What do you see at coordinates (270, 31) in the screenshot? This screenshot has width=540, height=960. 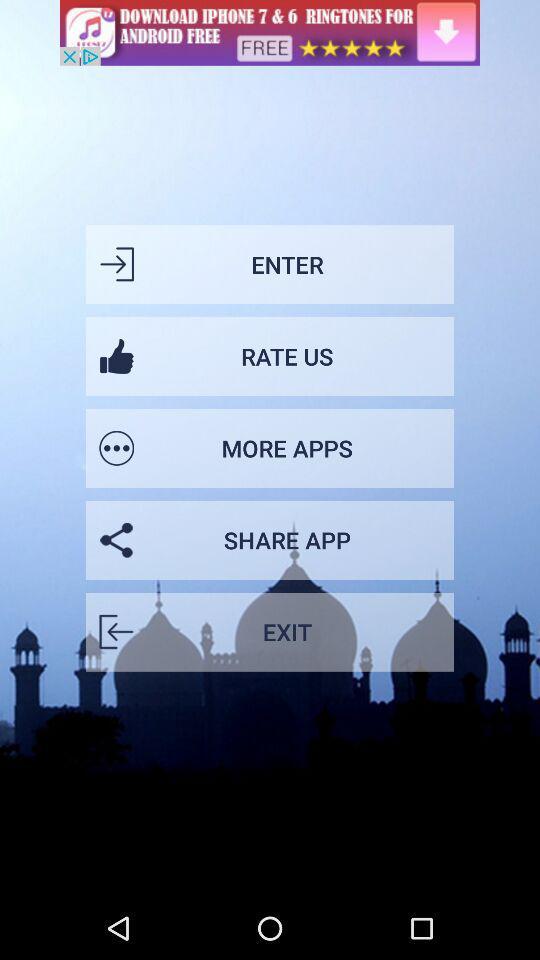 I see `ringtone download popup` at bounding box center [270, 31].